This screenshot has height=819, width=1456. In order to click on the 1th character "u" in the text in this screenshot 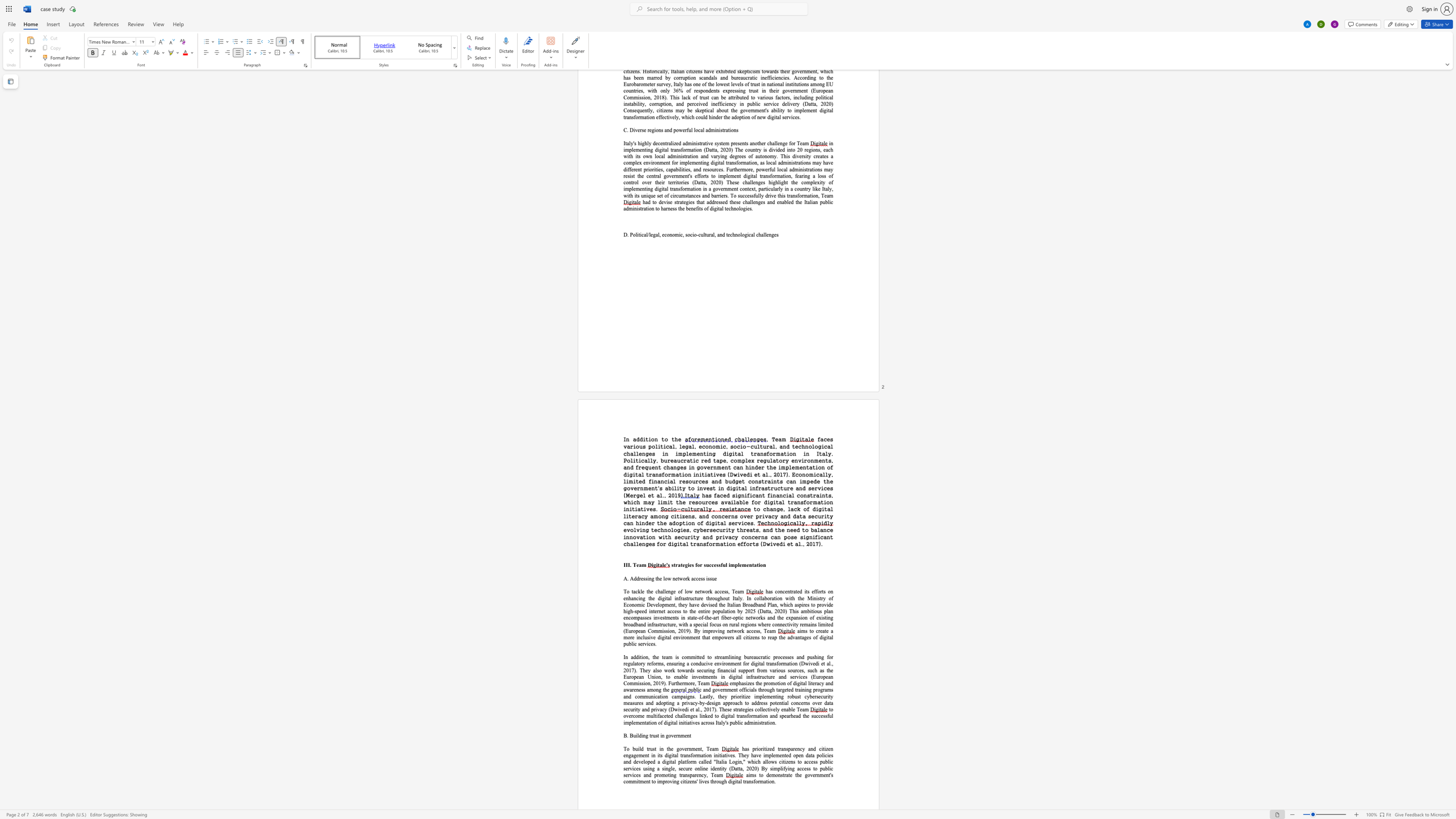, I will do `click(717, 624)`.